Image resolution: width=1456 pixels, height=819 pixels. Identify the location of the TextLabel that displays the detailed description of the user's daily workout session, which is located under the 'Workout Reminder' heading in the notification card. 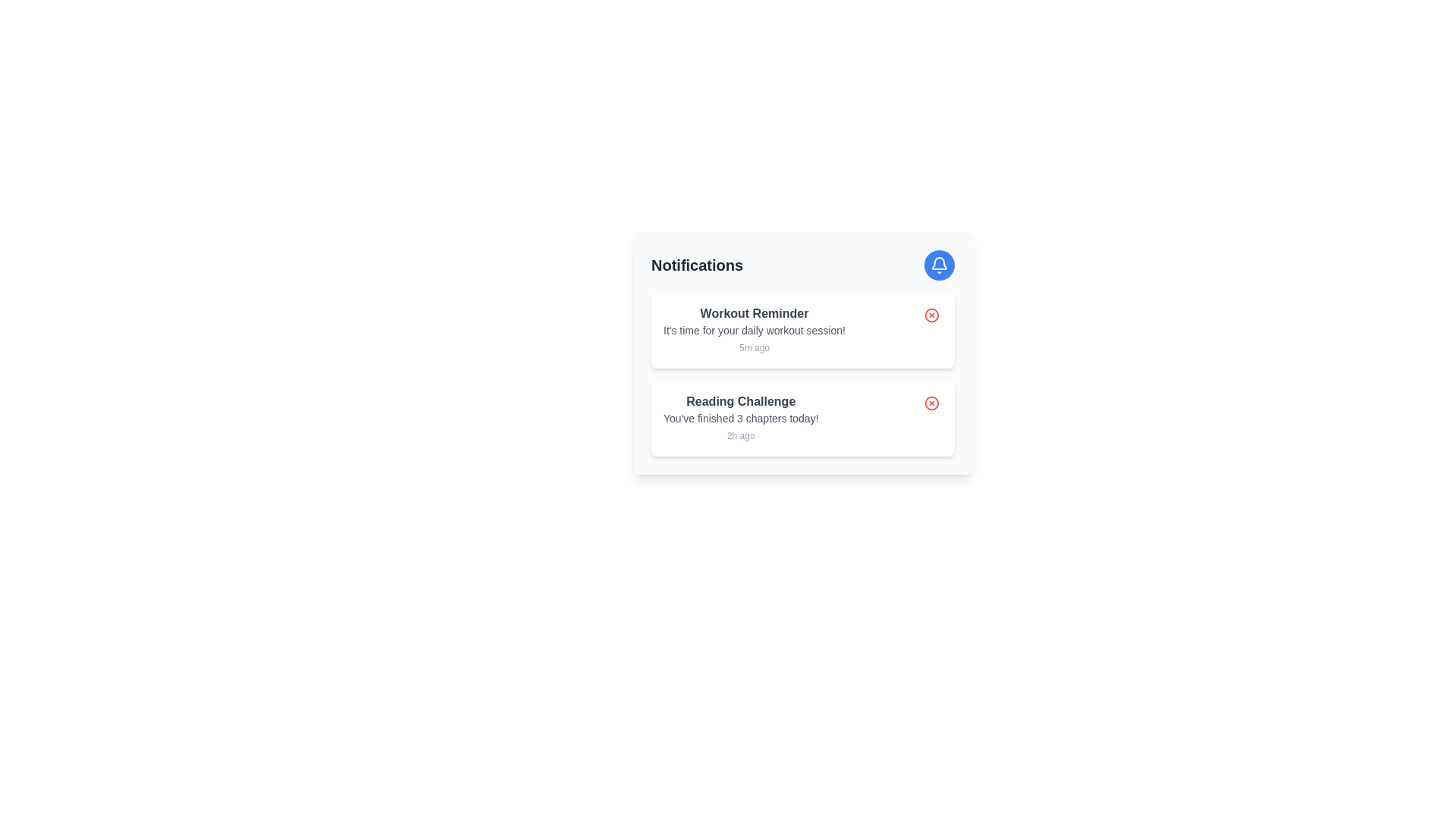
(754, 329).